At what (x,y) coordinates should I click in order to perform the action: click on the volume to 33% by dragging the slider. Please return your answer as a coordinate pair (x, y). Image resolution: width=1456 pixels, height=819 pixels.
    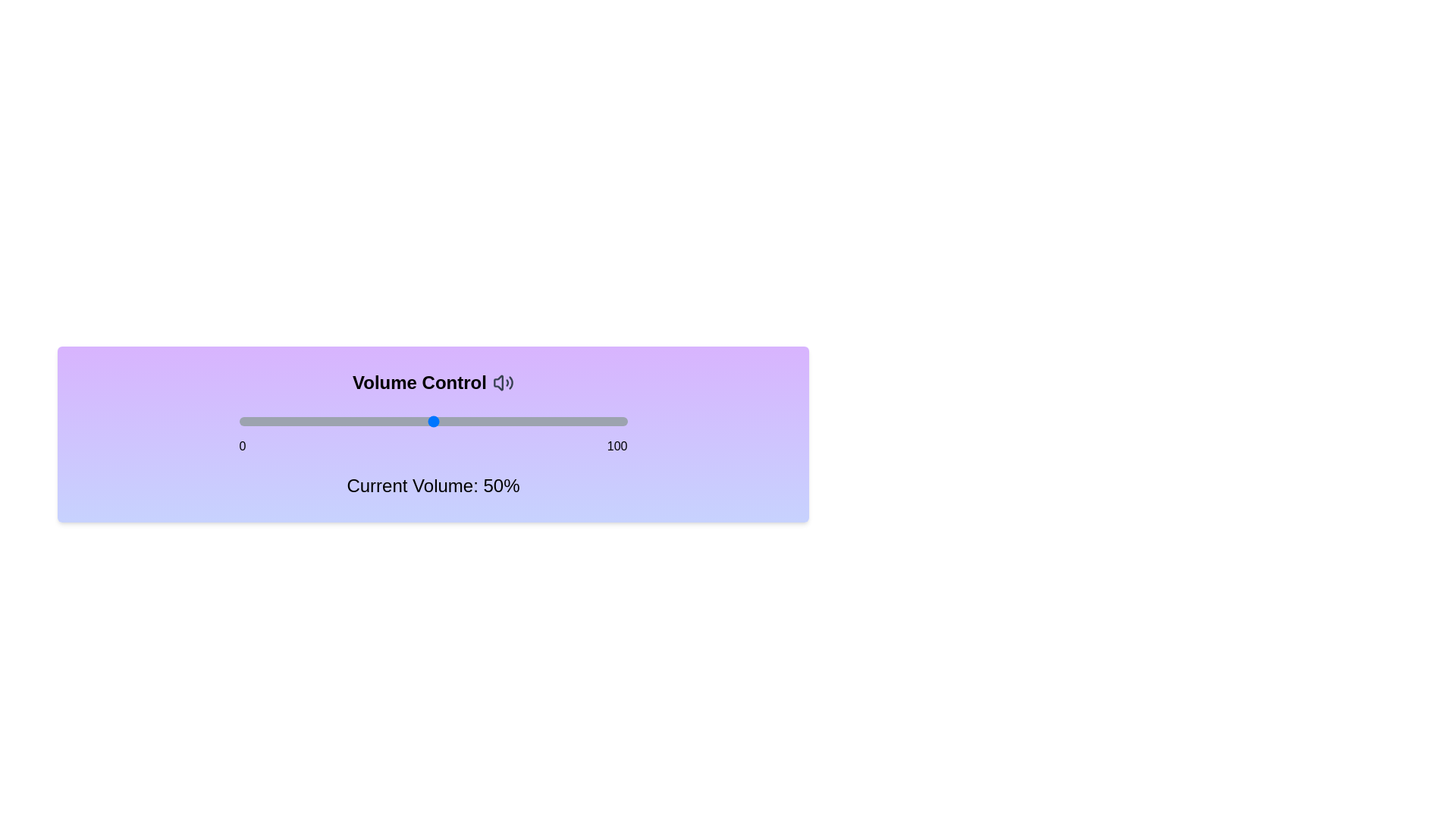
    Looking at the image, I should click on (367, 421).